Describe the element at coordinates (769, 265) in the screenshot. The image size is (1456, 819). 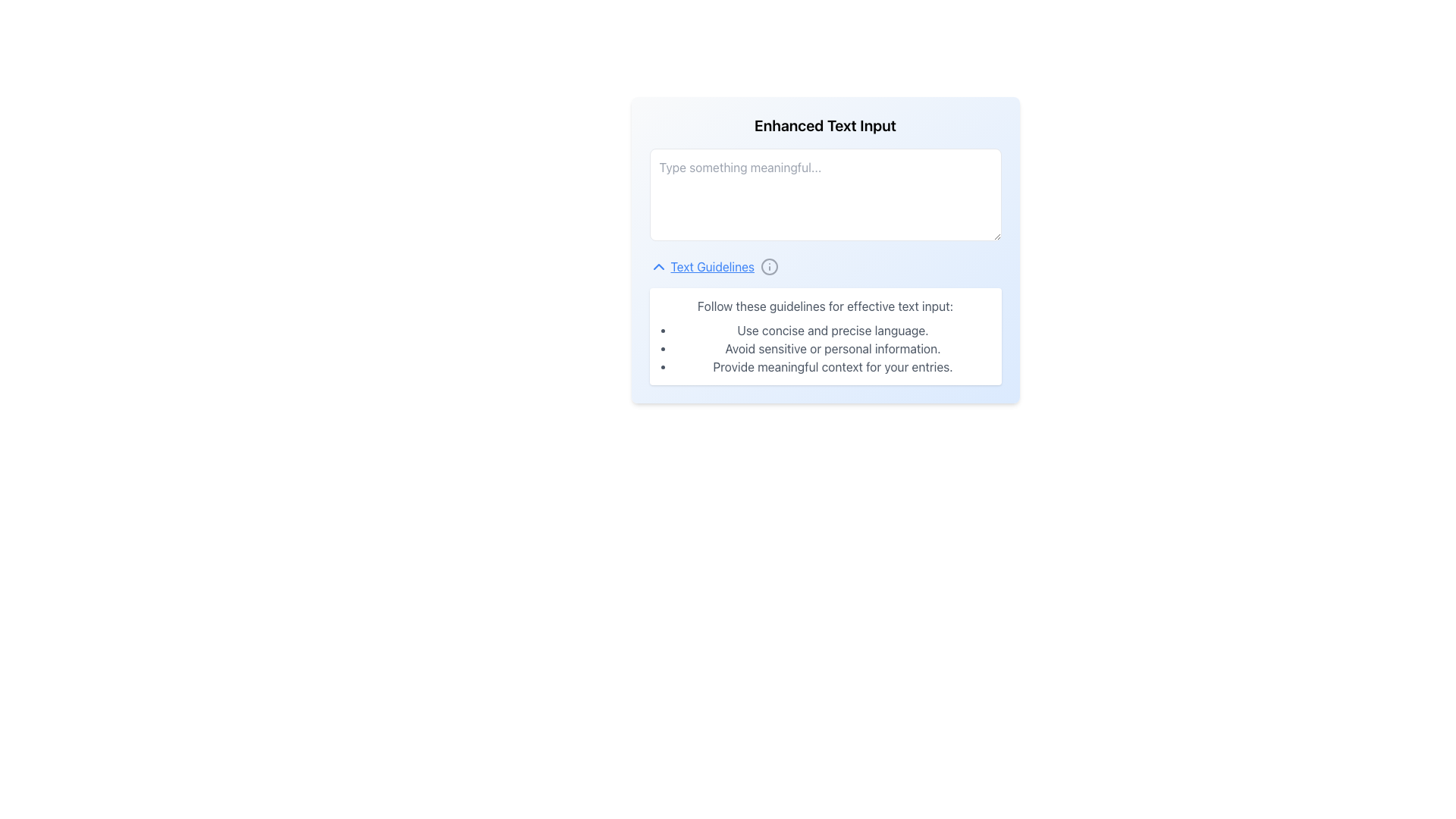
I see `the graphical vector component that is part of the information icon near the 'Text Guidelines' text hyperlink` at that location.